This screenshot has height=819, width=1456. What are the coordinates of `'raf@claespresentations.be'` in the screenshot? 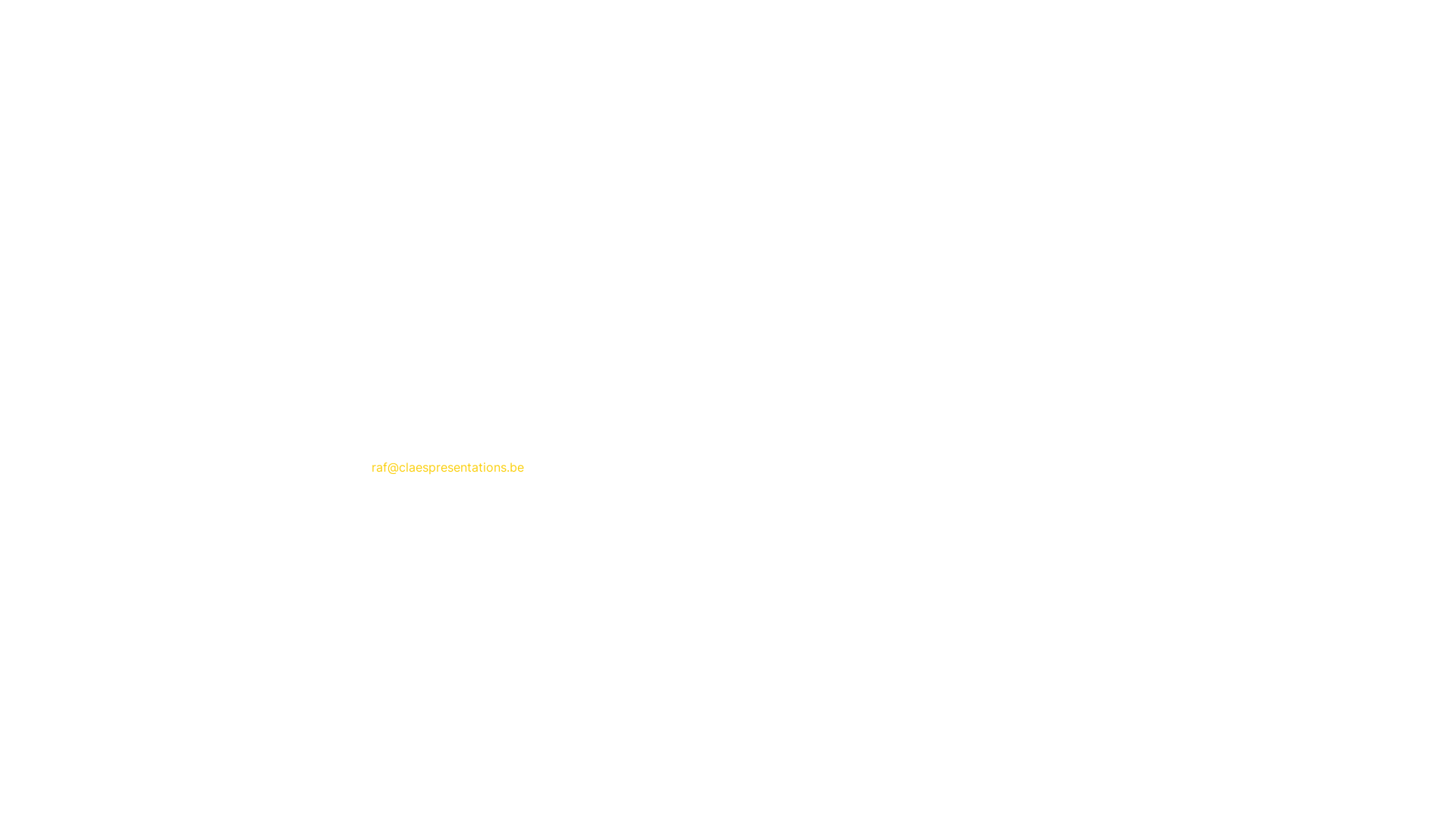 It's located at (371, 466).